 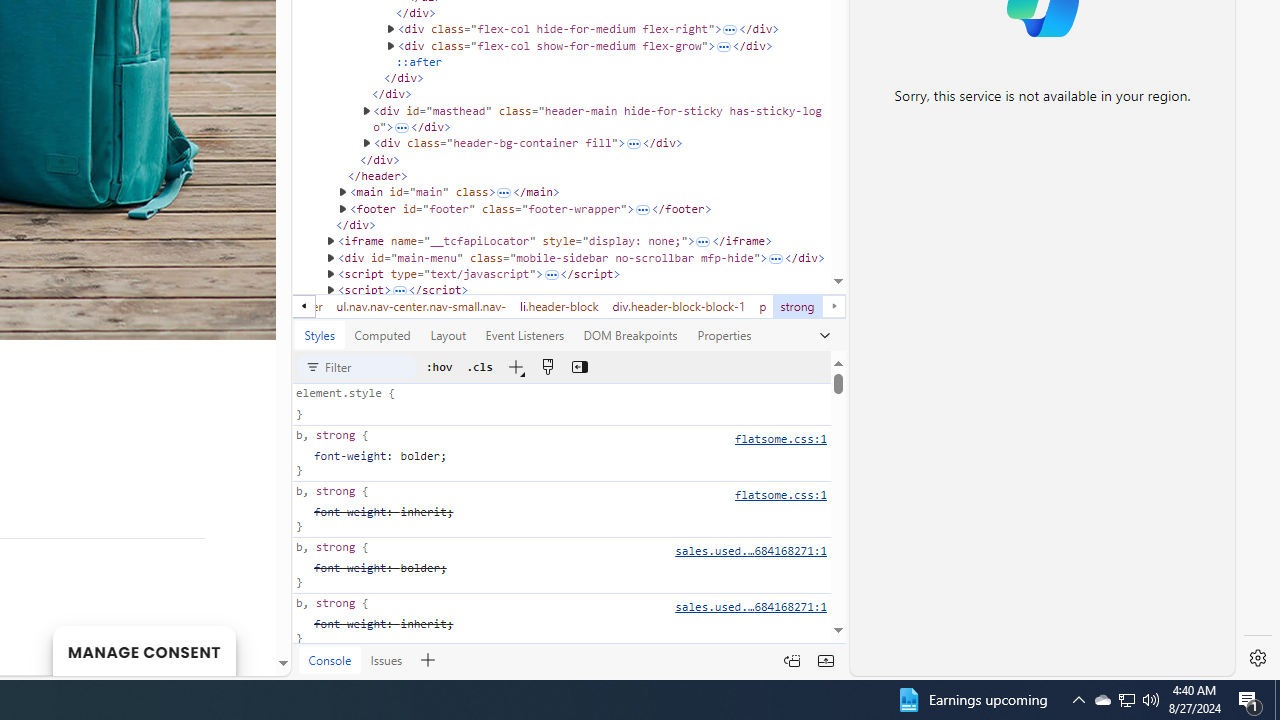 I want to click on 'New Style Rule', so click(x=515, y=366).